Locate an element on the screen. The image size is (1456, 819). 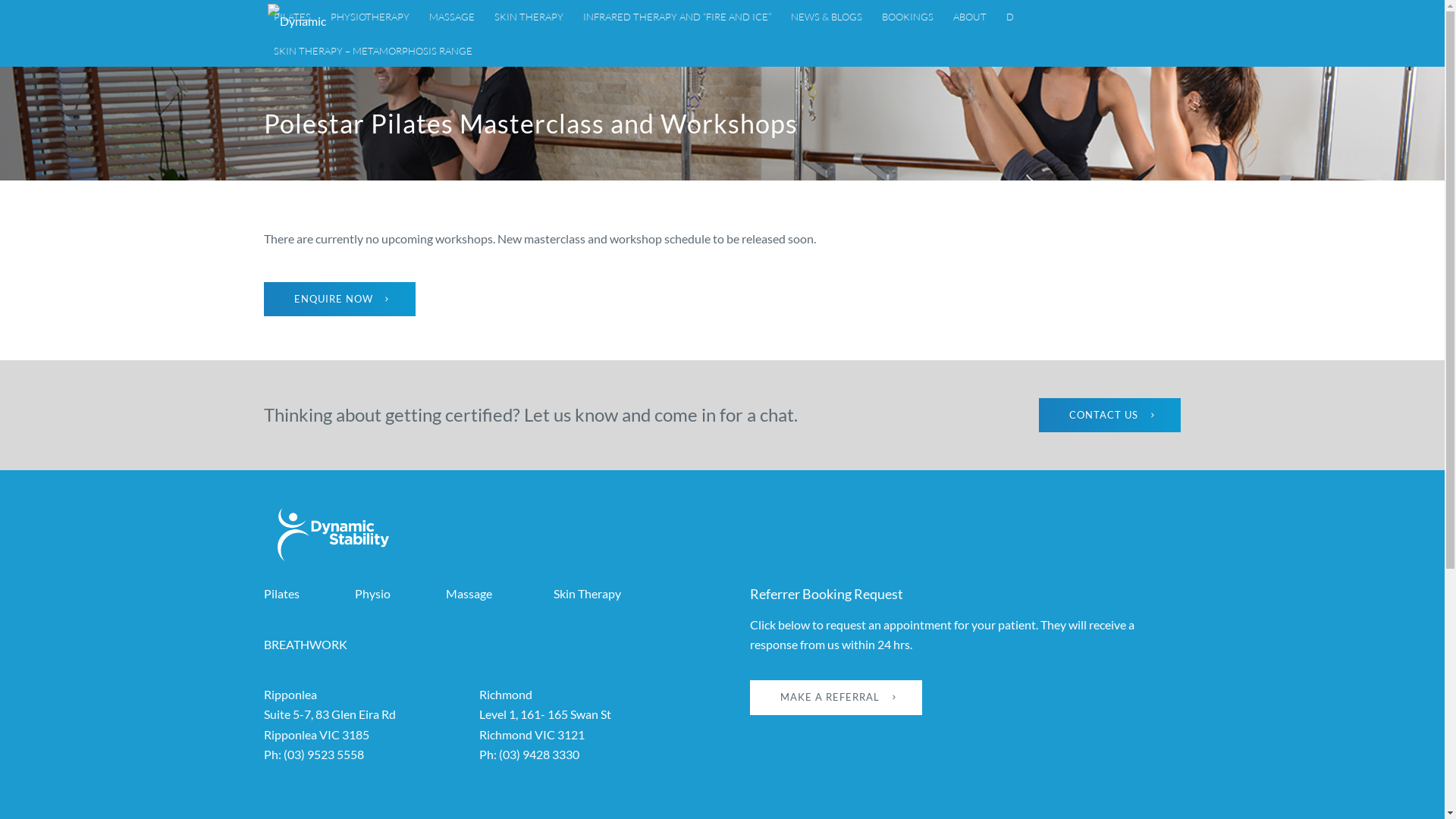
'CONTACT US' is located at coordinates (1037, 415).